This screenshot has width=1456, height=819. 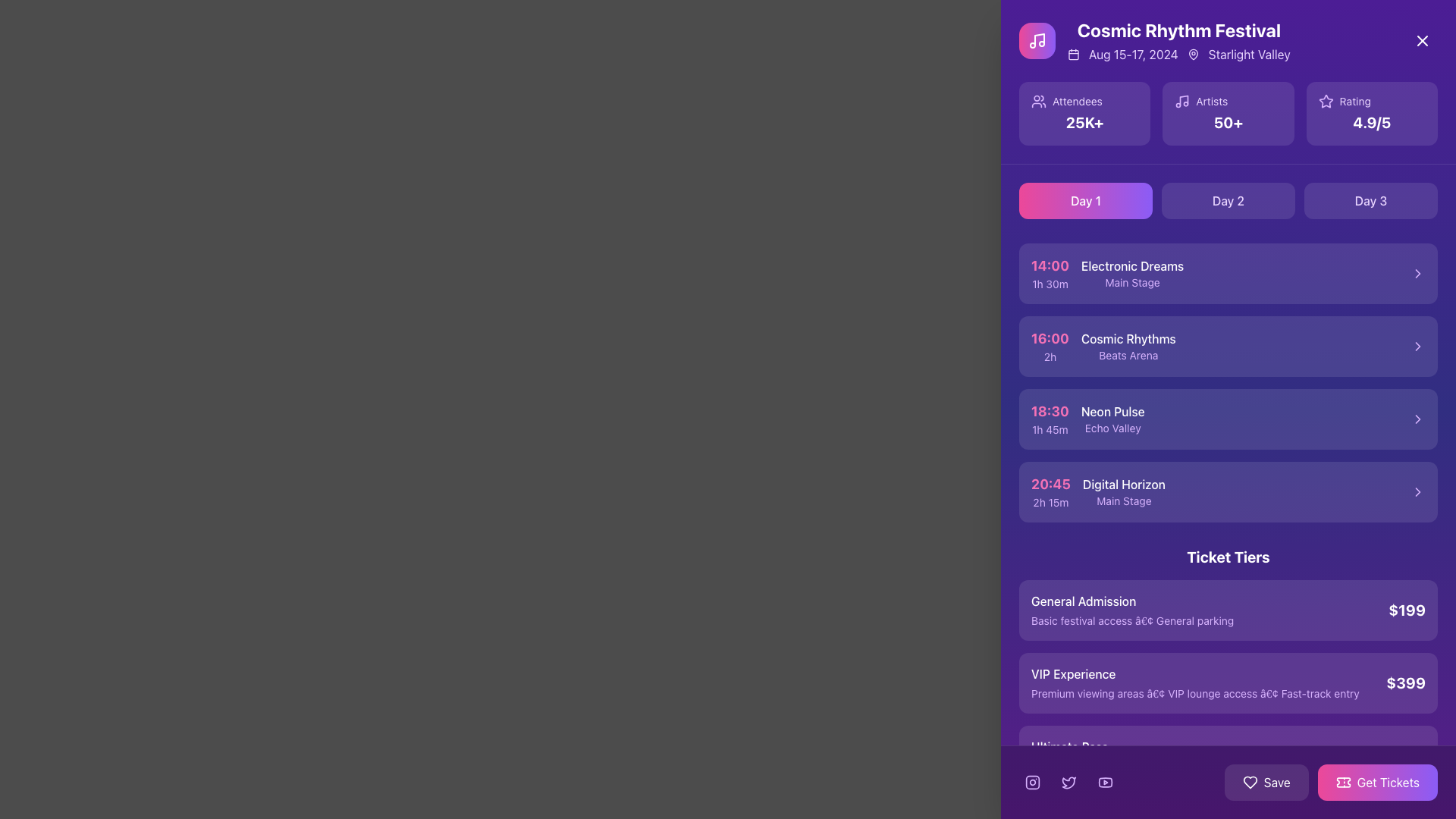 What do you see at coordinates (1068, 783) in the screenshot?
I see `the second circular button from the left in the row of three social media buttons at the bottom center of the interface` at bounding box center [1068, 783].